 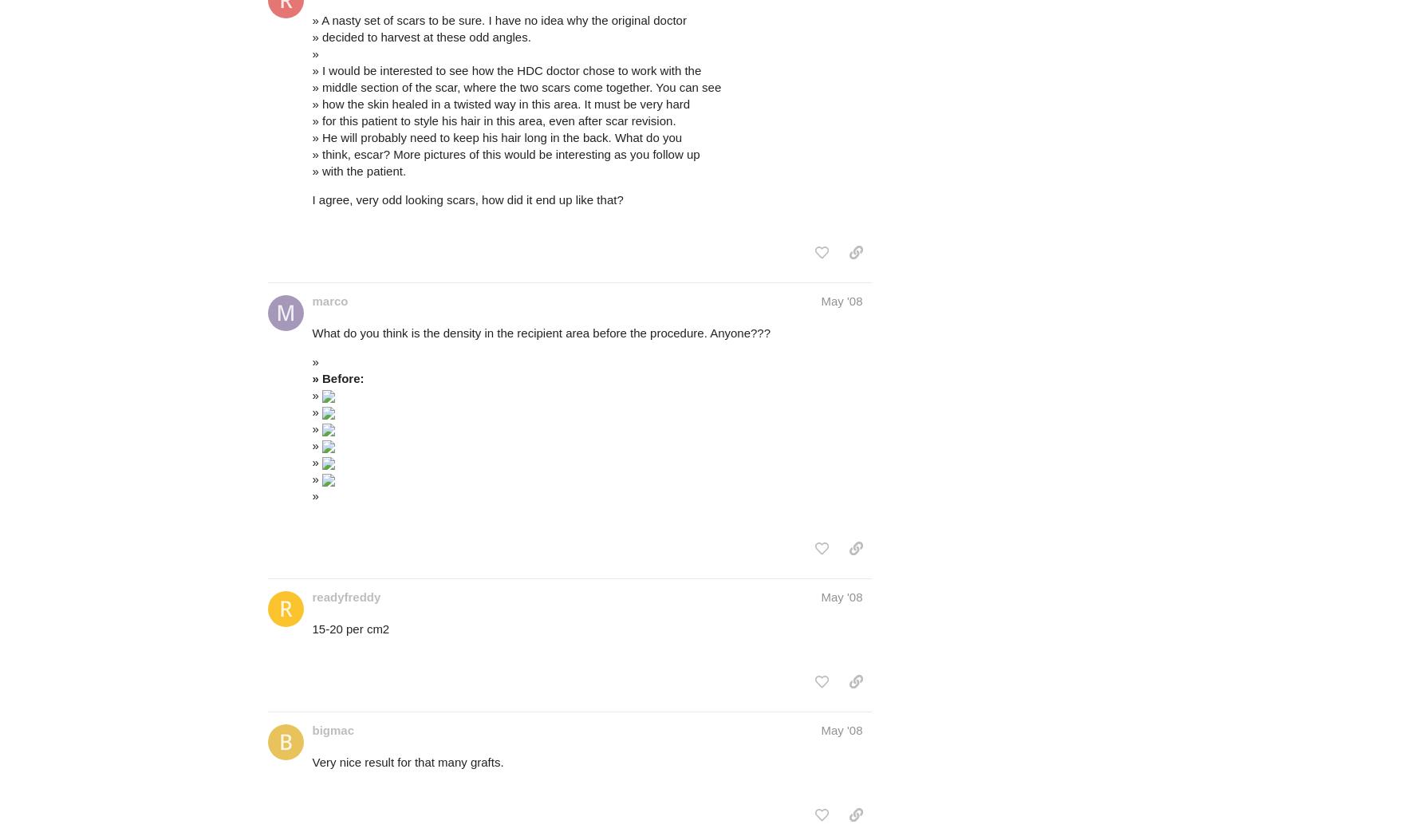 I want to click on 'readyfreddy', so click(x=346, y=596).